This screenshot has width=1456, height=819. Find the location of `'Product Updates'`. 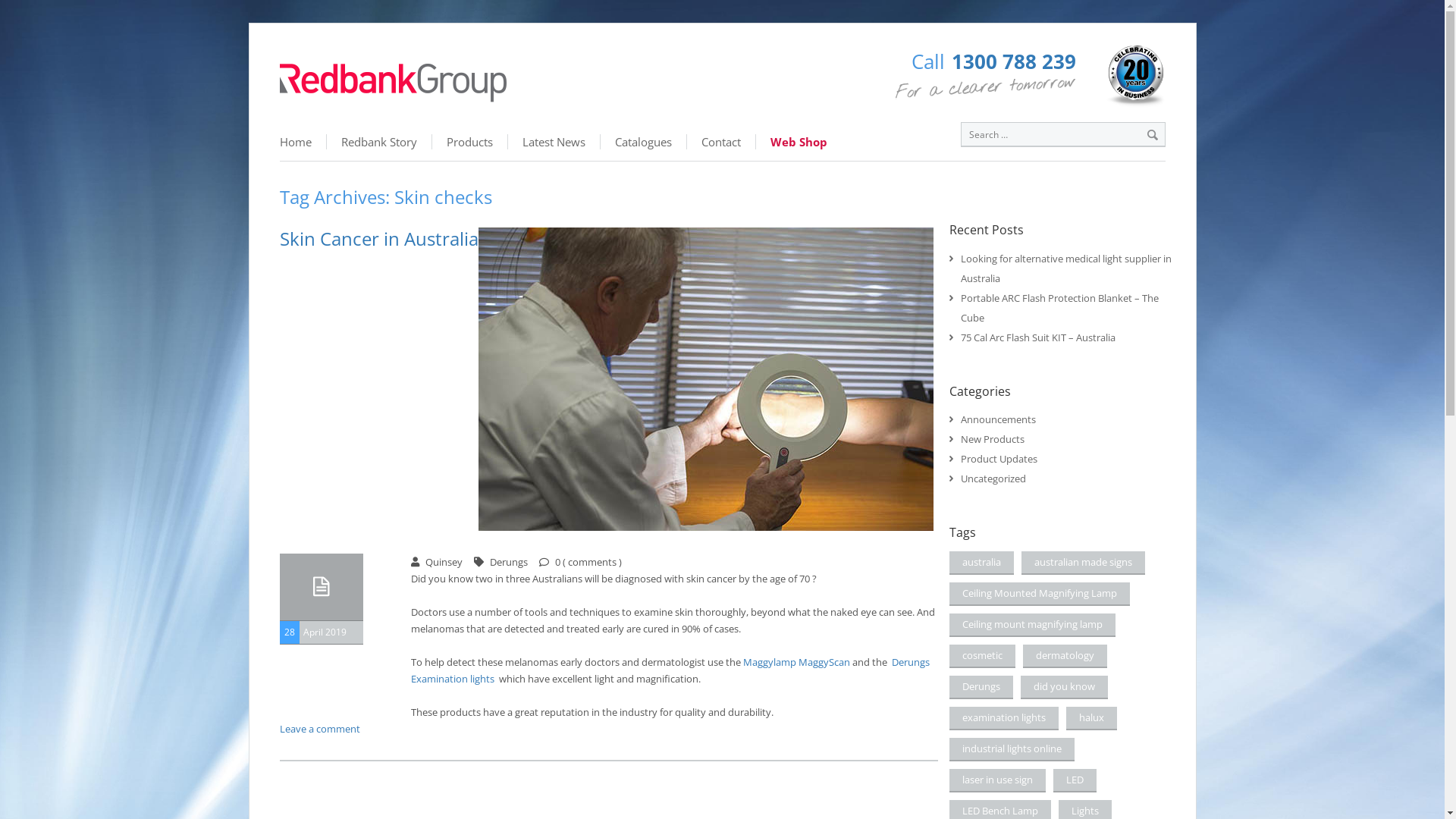

'Product Updates' is located at coordinates (999, 458).